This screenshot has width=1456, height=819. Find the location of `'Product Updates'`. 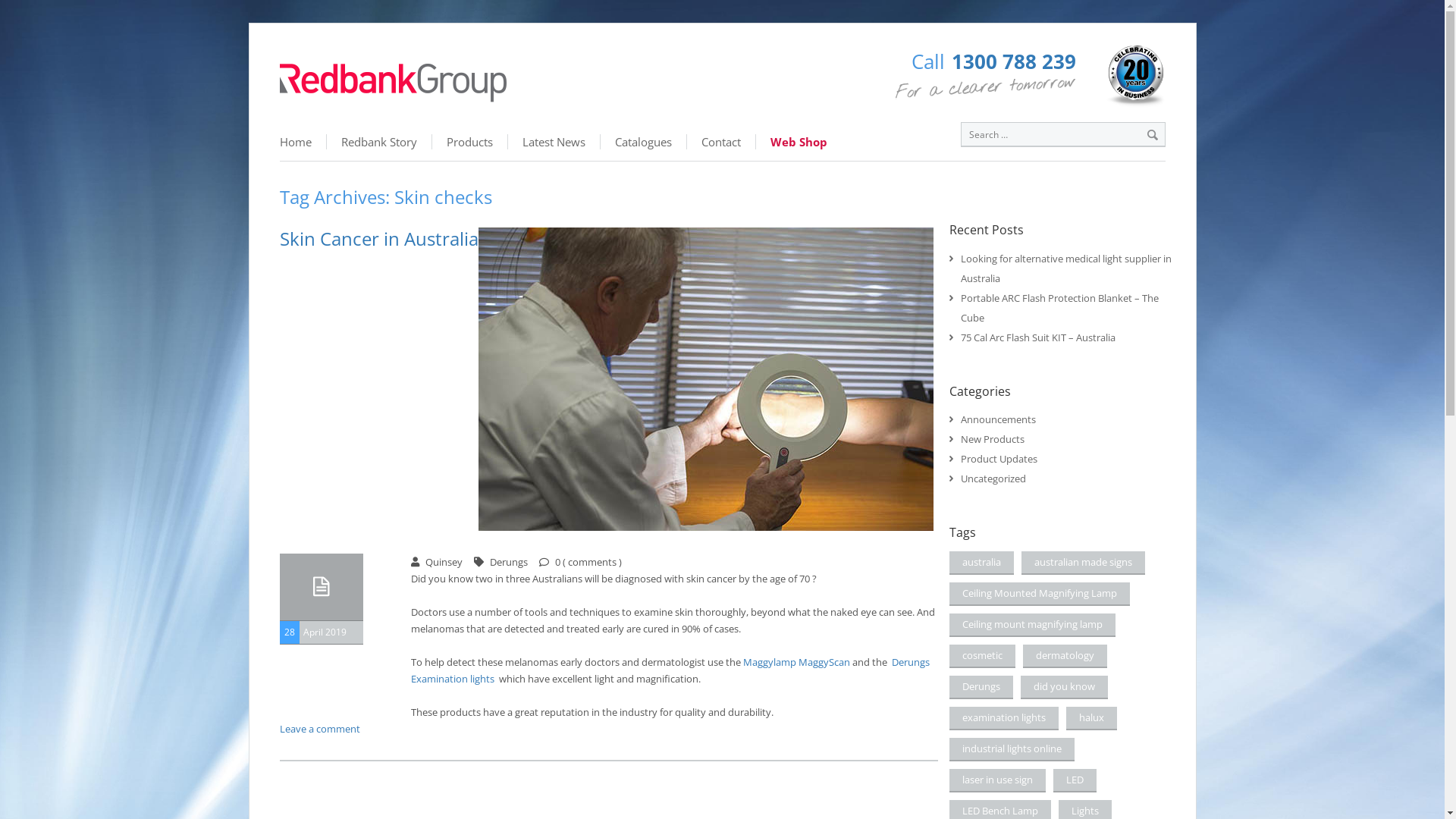

'Product Updates' is located at coordinates (999, 458).